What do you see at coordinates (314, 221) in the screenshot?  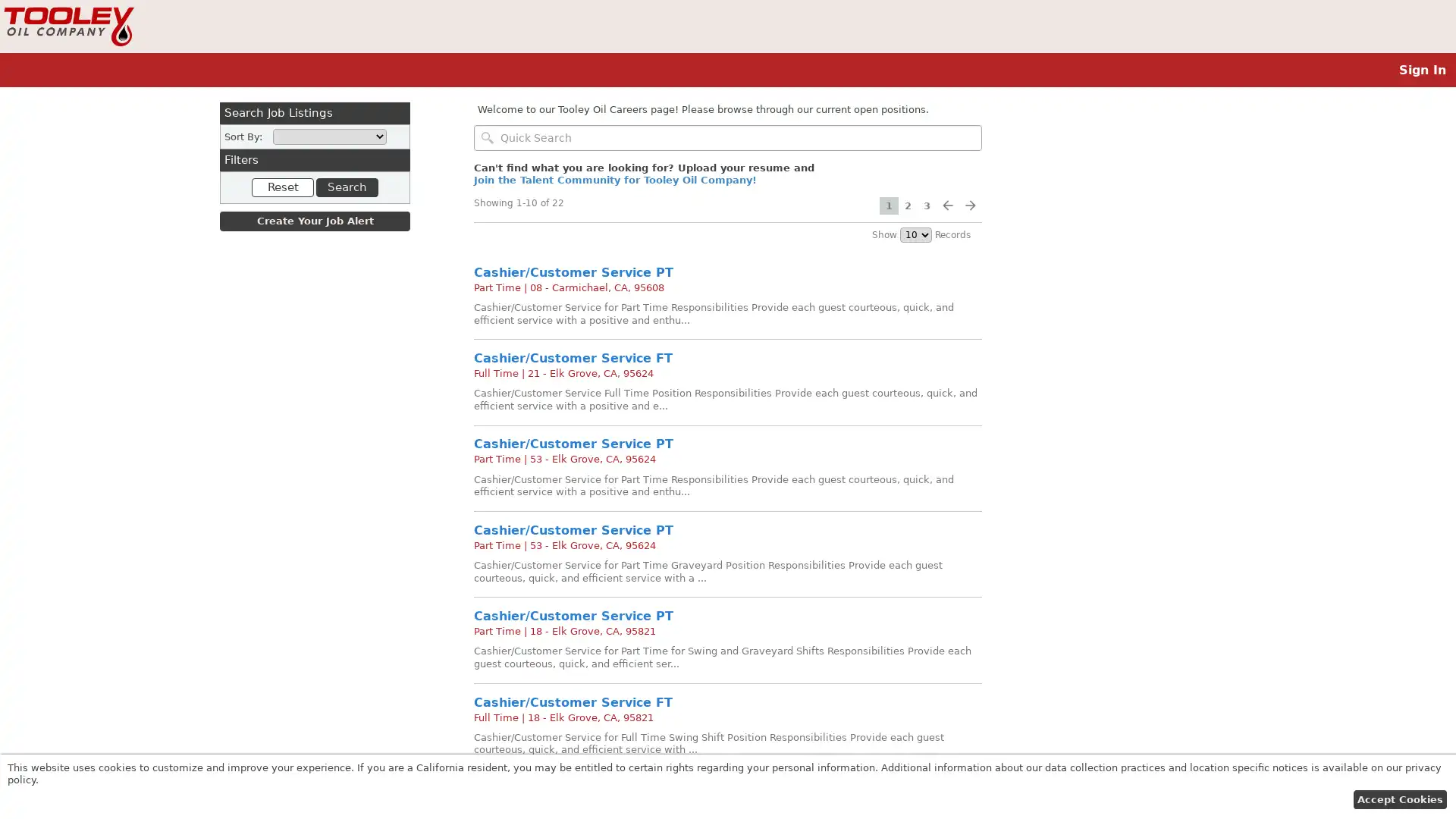 I see `Create Your Job Alert` at bounding box center [314, 221].